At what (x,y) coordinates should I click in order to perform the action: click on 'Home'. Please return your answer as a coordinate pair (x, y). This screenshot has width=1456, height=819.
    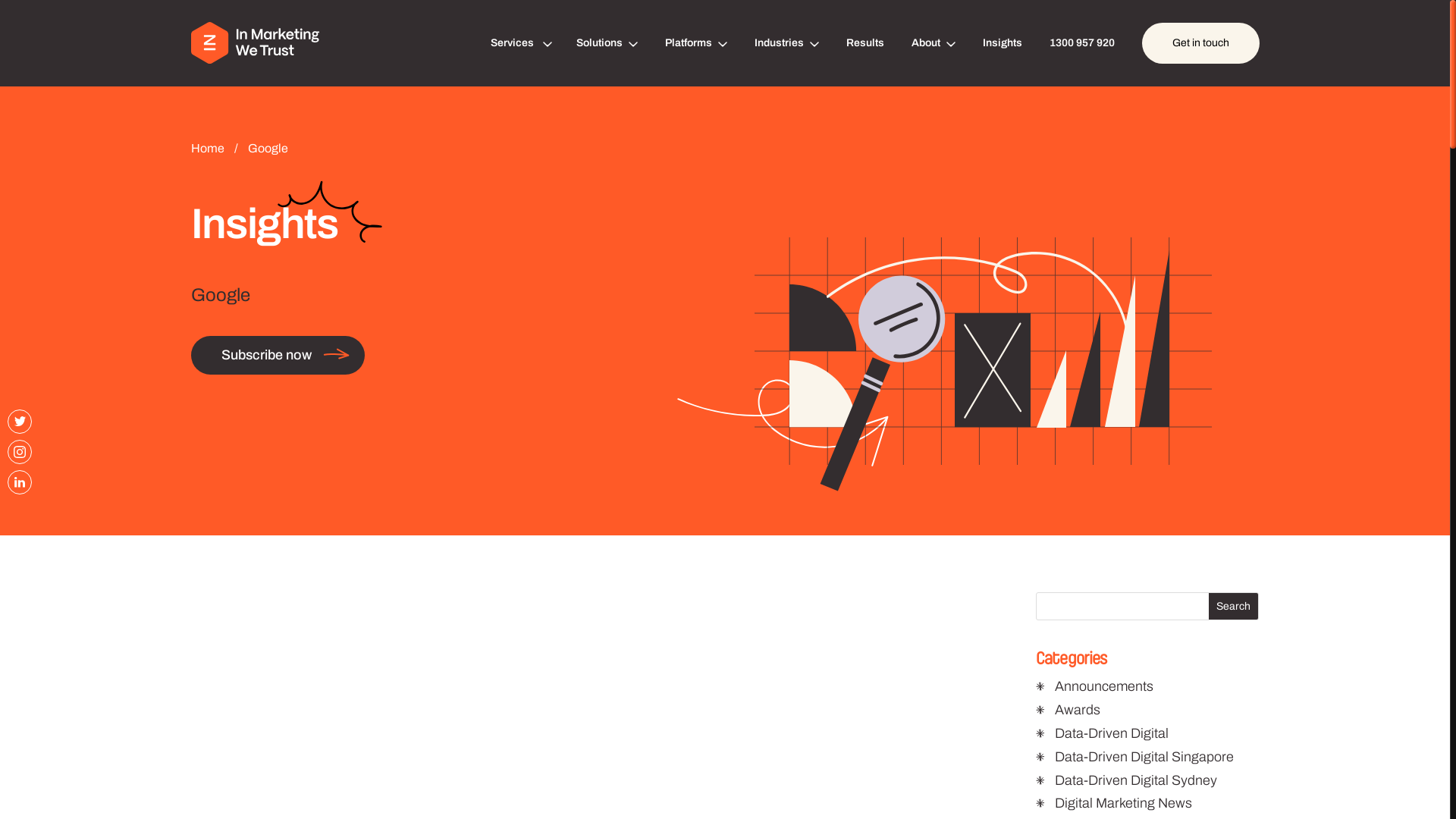
    Looking at the image, I should click on (209, 148).